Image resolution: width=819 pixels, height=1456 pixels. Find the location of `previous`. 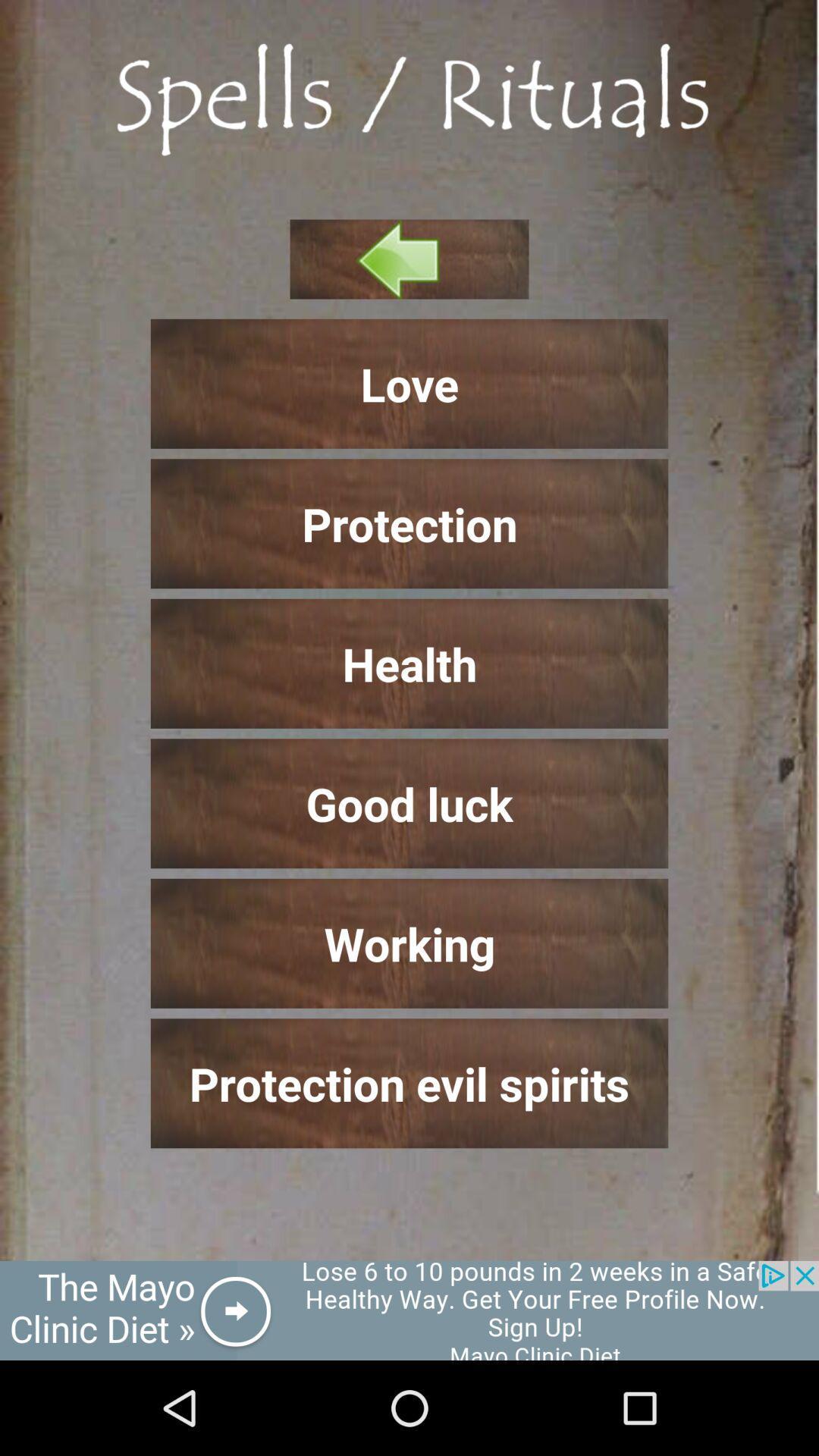

previous is located at coordinates (409, 259).